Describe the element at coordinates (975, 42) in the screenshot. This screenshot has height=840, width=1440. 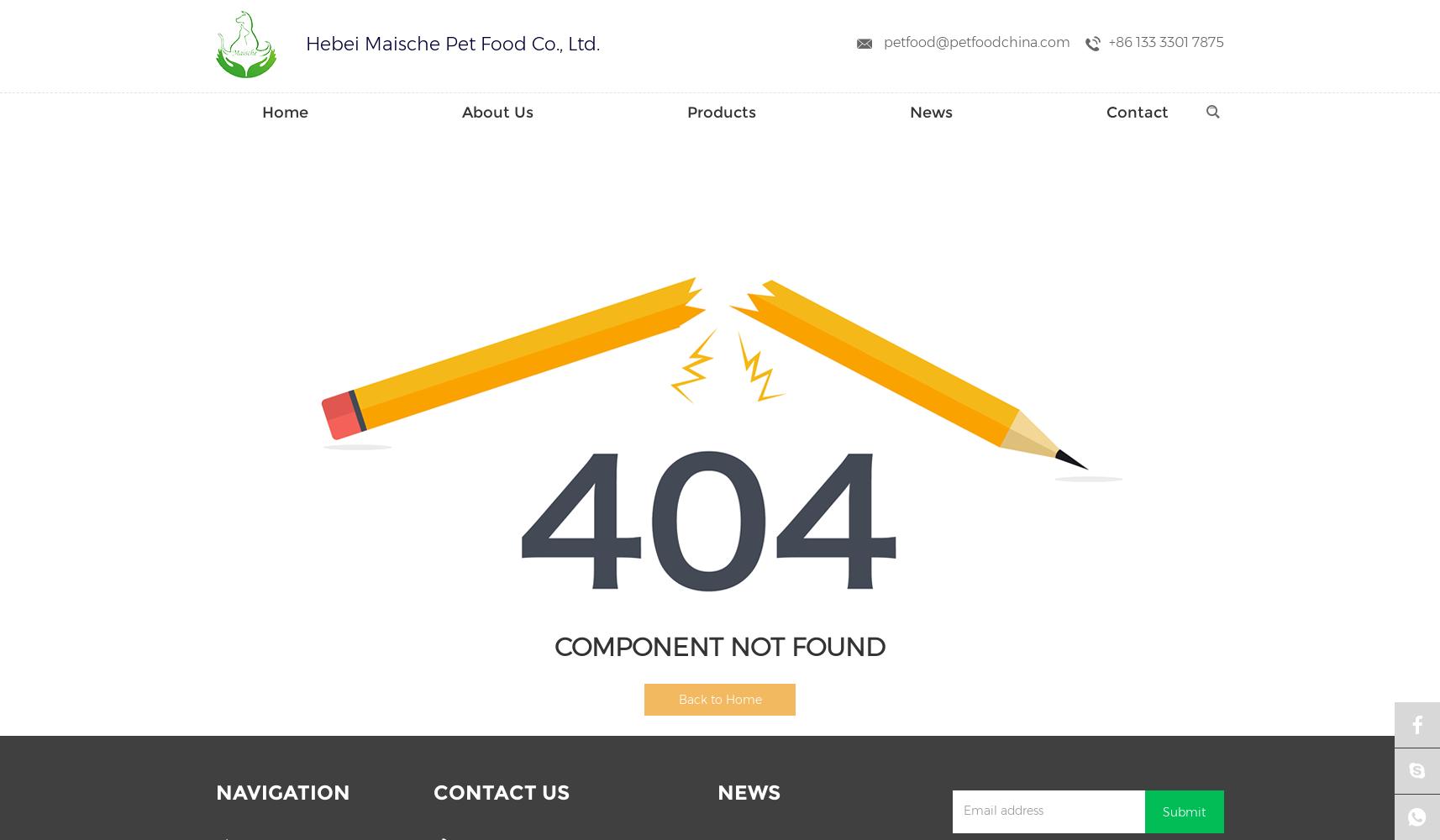
I see `'petfood@petfoodchina.com'` at that location.